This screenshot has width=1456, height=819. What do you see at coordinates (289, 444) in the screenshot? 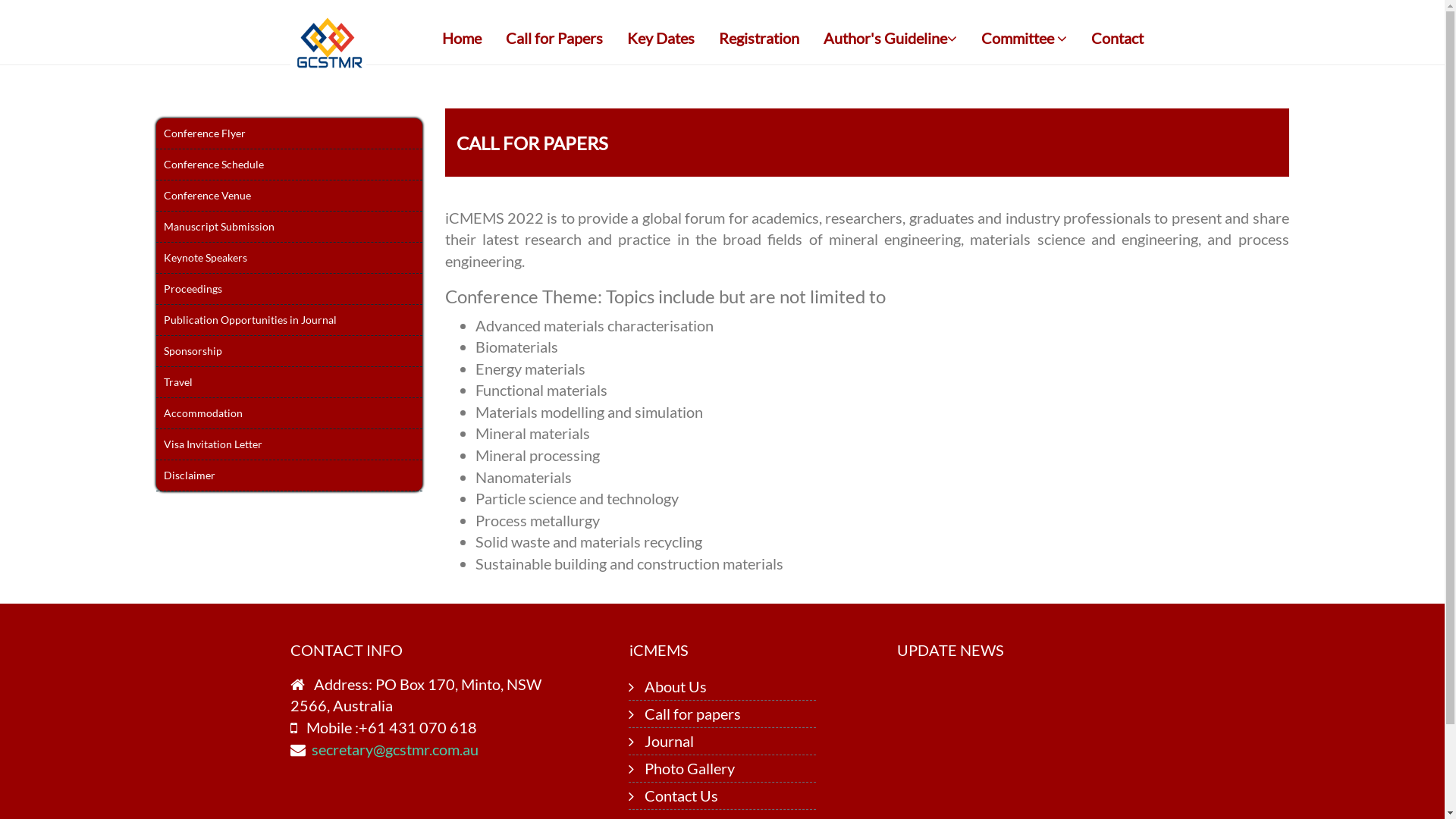
I see `'Visa Invitation Letter'` at bounding box center [289, 444].